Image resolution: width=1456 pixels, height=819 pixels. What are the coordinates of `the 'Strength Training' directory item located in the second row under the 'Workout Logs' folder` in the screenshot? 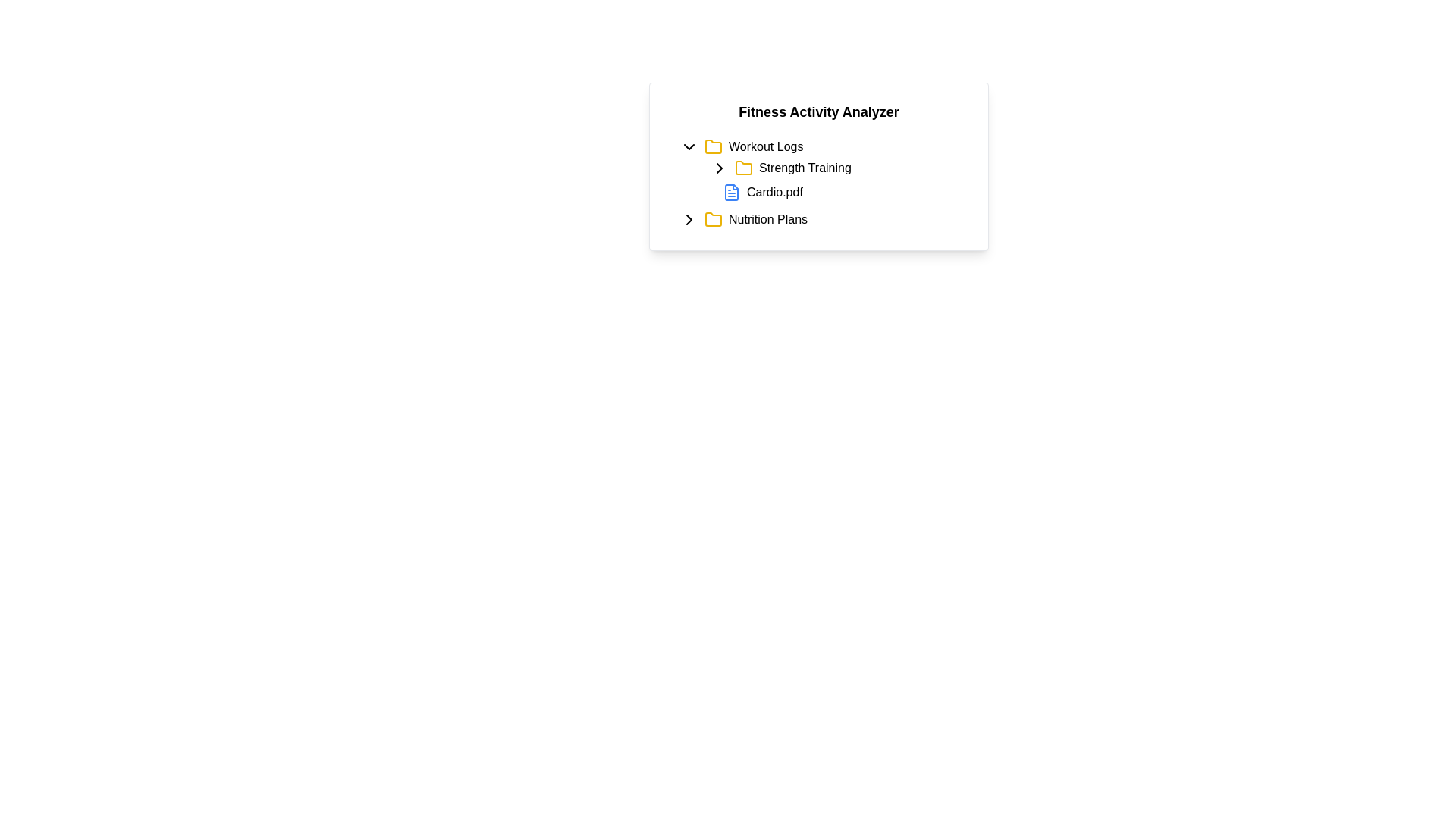 It's located at (839, 168).